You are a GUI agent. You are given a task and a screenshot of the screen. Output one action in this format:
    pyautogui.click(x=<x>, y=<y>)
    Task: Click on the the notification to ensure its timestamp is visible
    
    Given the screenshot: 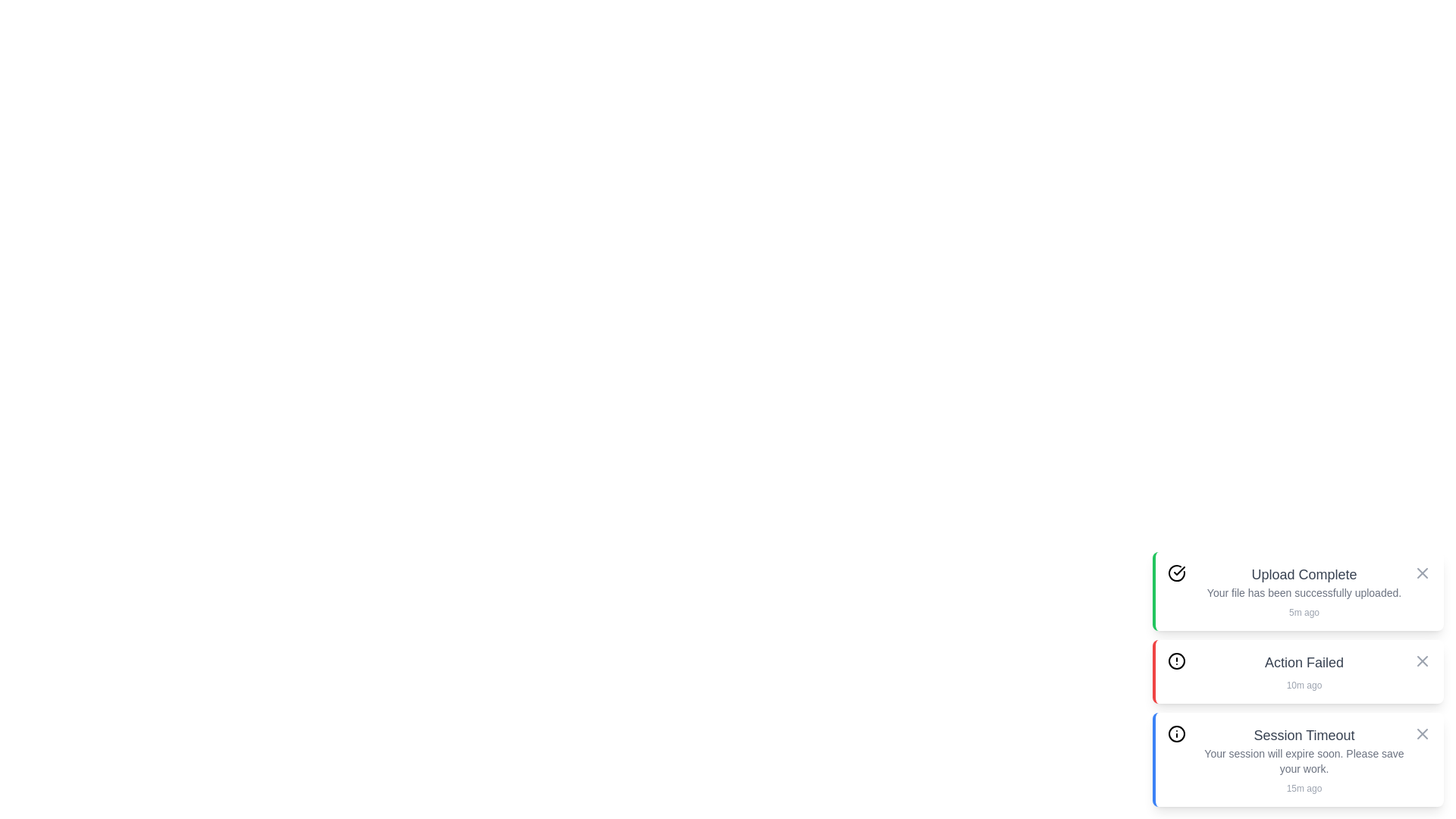 What is the action you would take?
    pyautogui.click(x=1298, y=678)
    